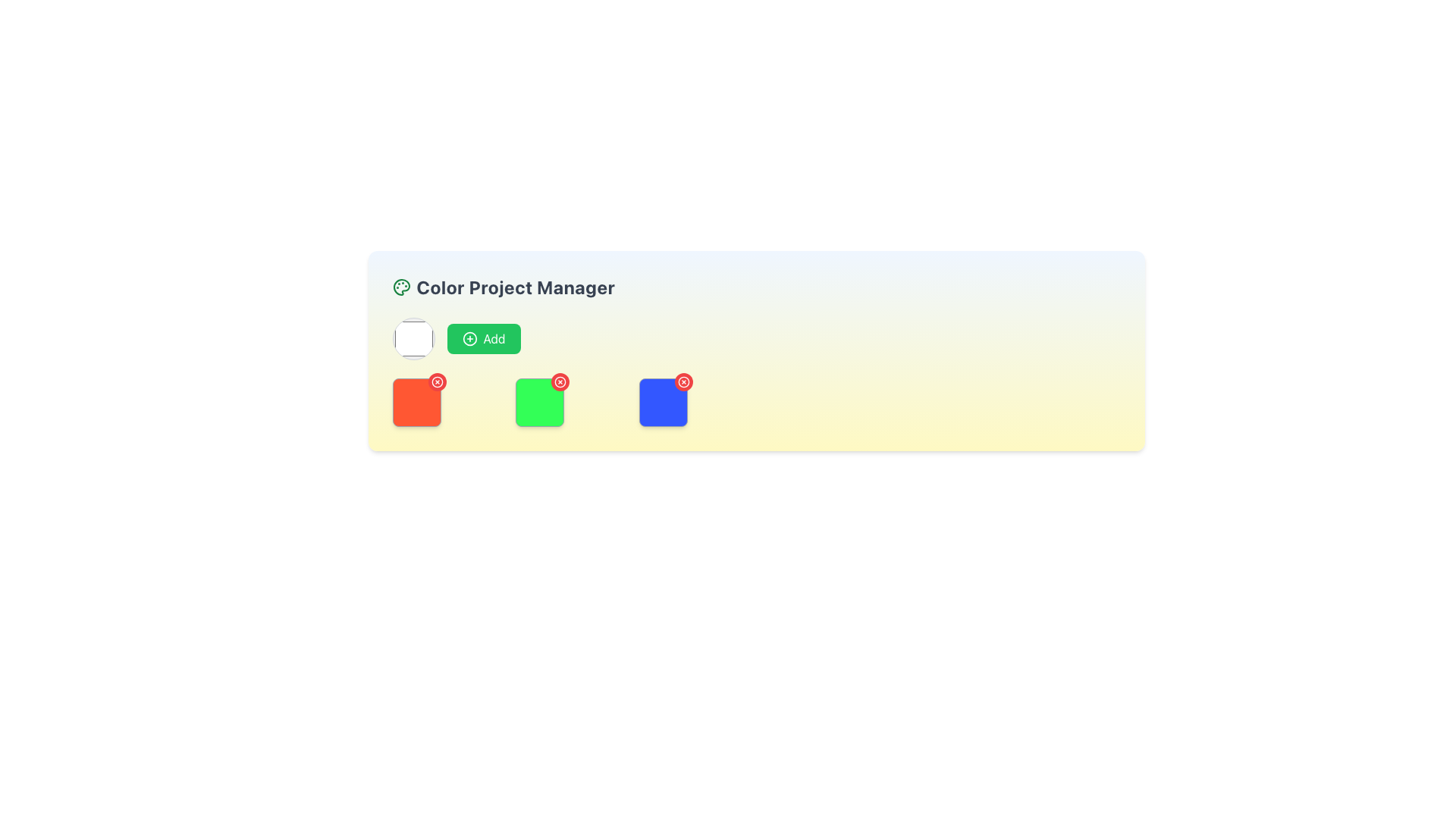 This screenshot has height=819, width=1456. I want to click on the 'remove' button located in the top-right corner of the green tile item, so click(560, 381).